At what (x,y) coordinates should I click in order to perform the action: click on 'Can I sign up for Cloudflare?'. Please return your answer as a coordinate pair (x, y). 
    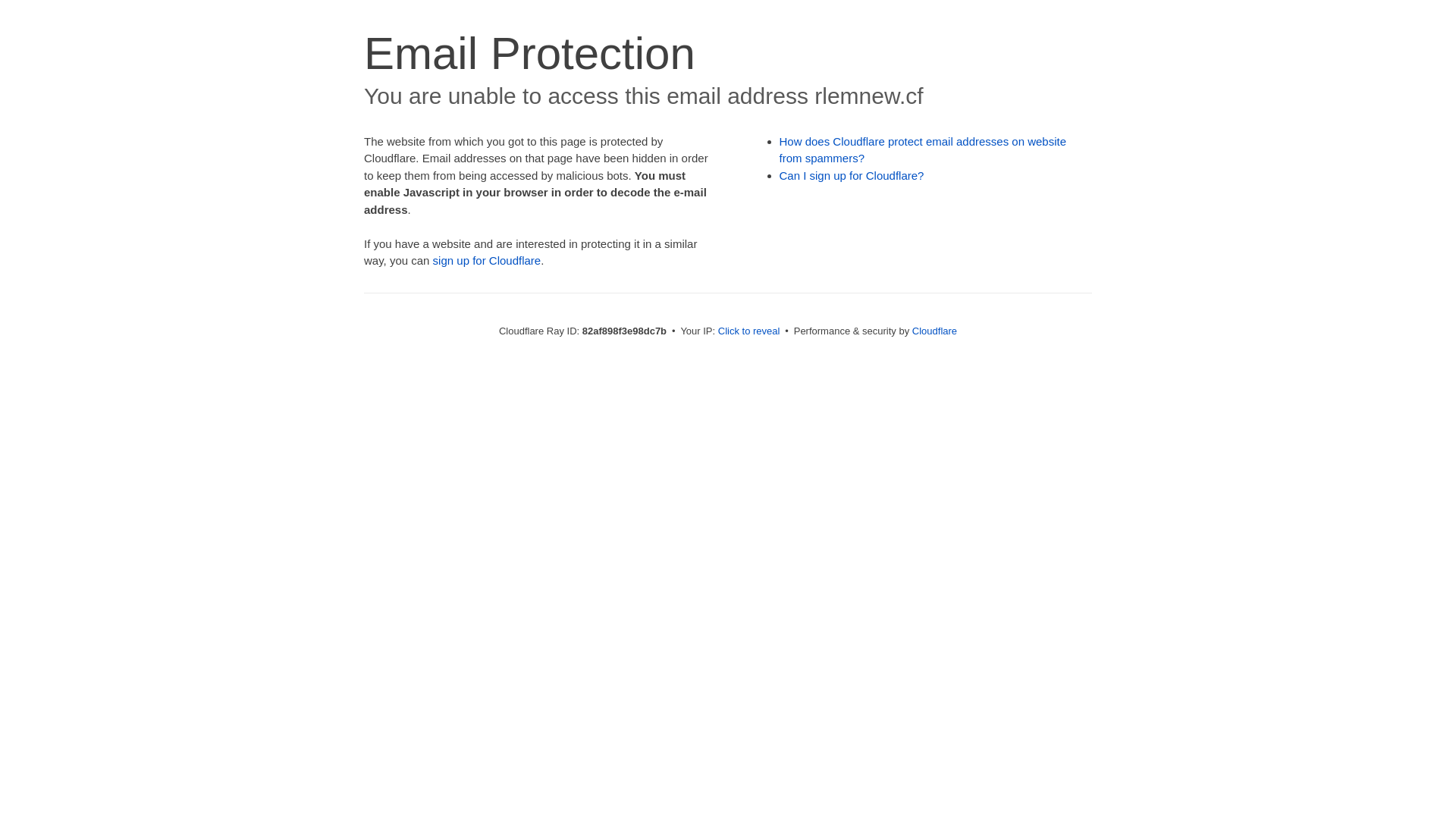
    Looking at the image, I should click on (852, 174).